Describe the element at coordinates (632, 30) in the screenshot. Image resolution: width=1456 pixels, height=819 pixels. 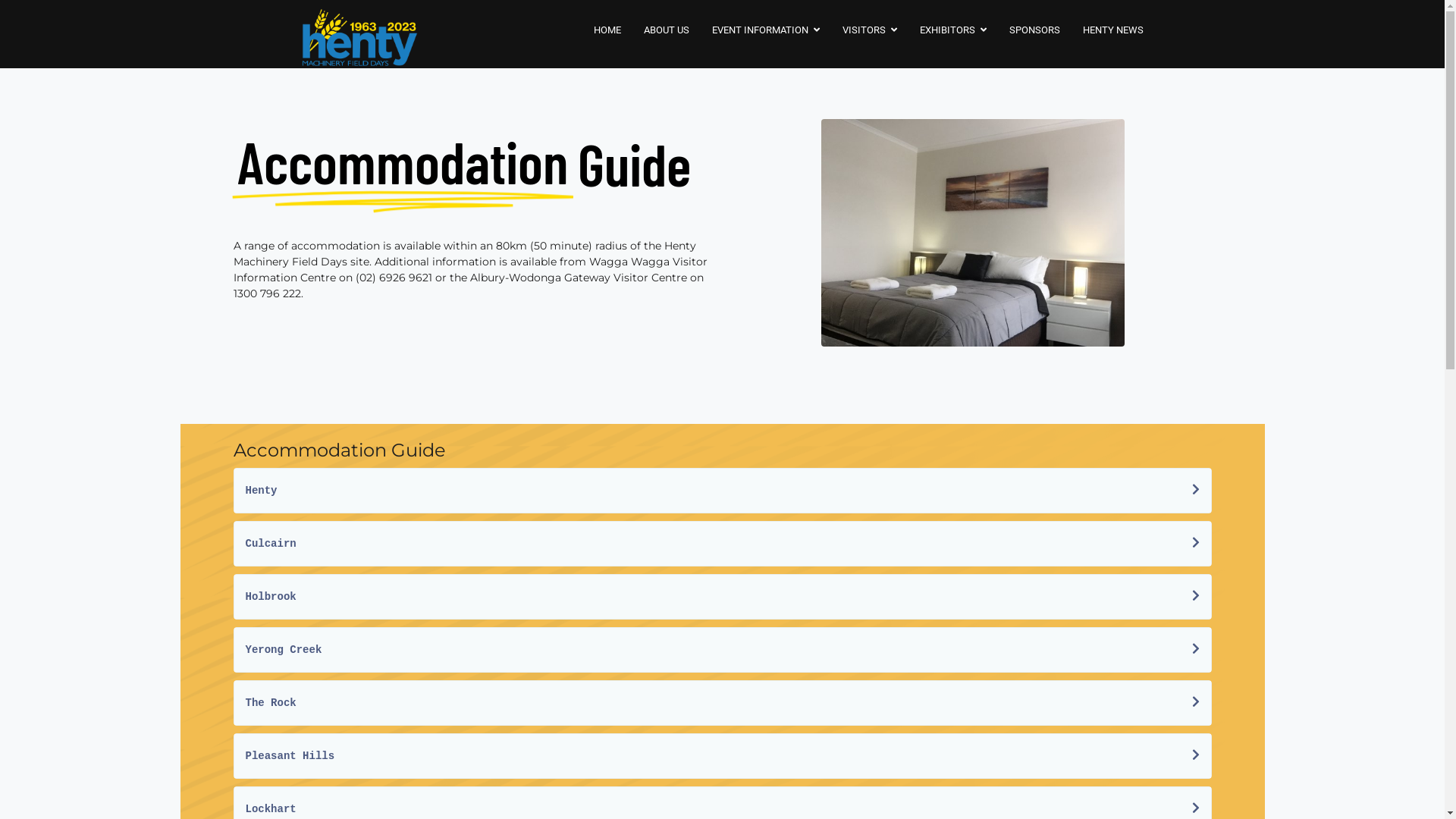
I see `'ABOUT US'` at that location.